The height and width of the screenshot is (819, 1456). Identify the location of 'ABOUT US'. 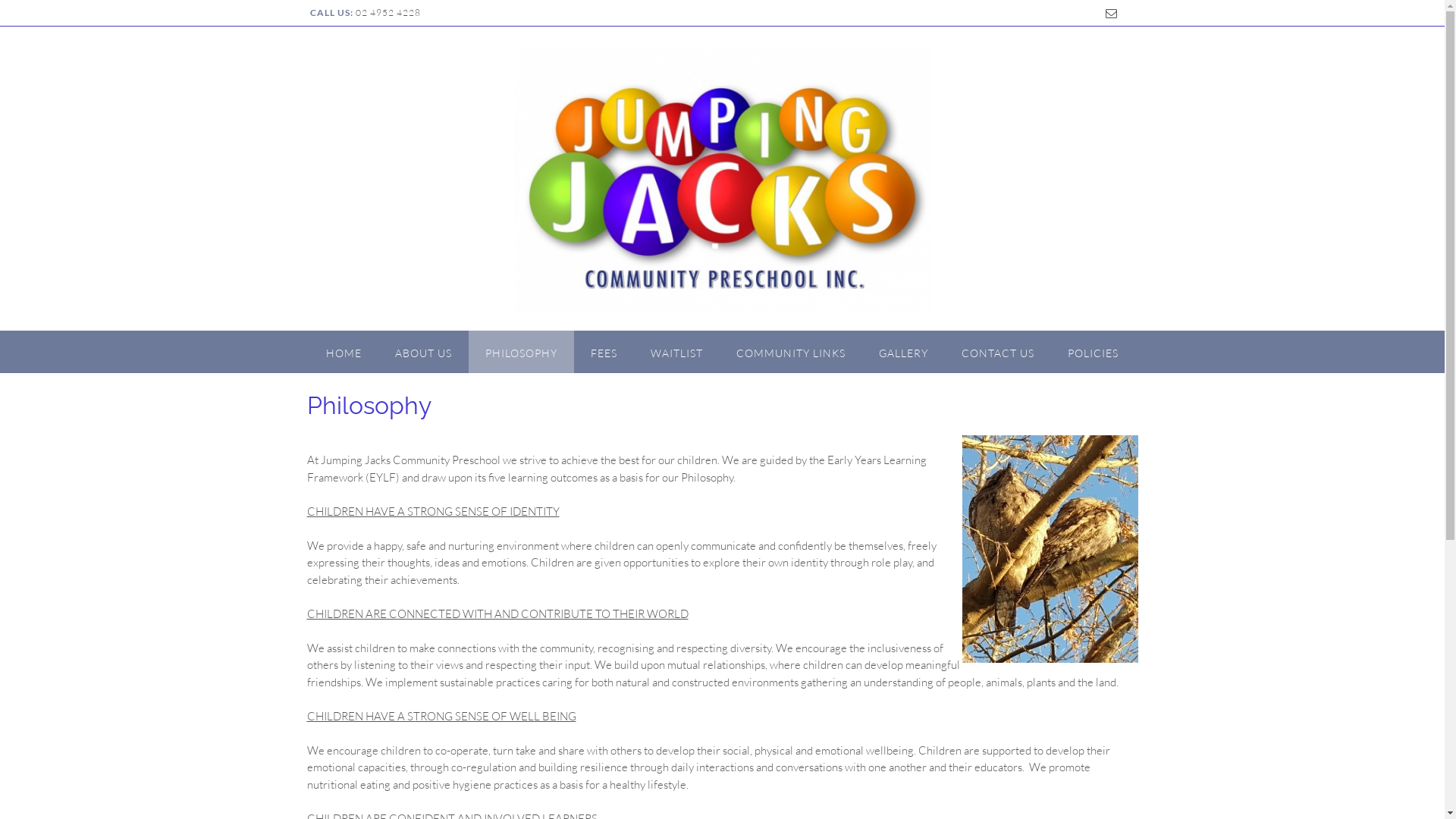
(423, 351).